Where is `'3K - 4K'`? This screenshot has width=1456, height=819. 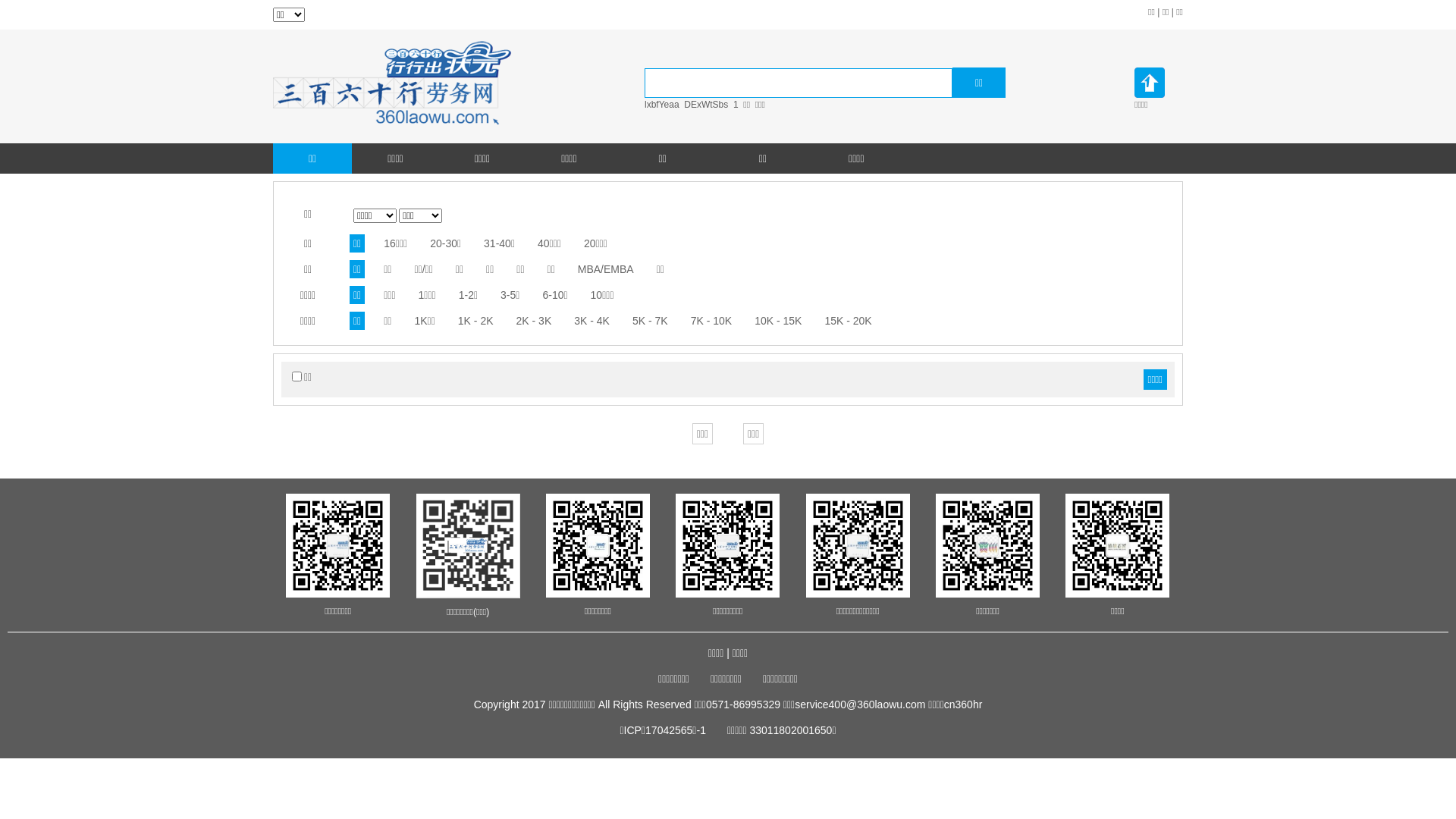
'3K - 4K' is located at coordinates (591, 320).